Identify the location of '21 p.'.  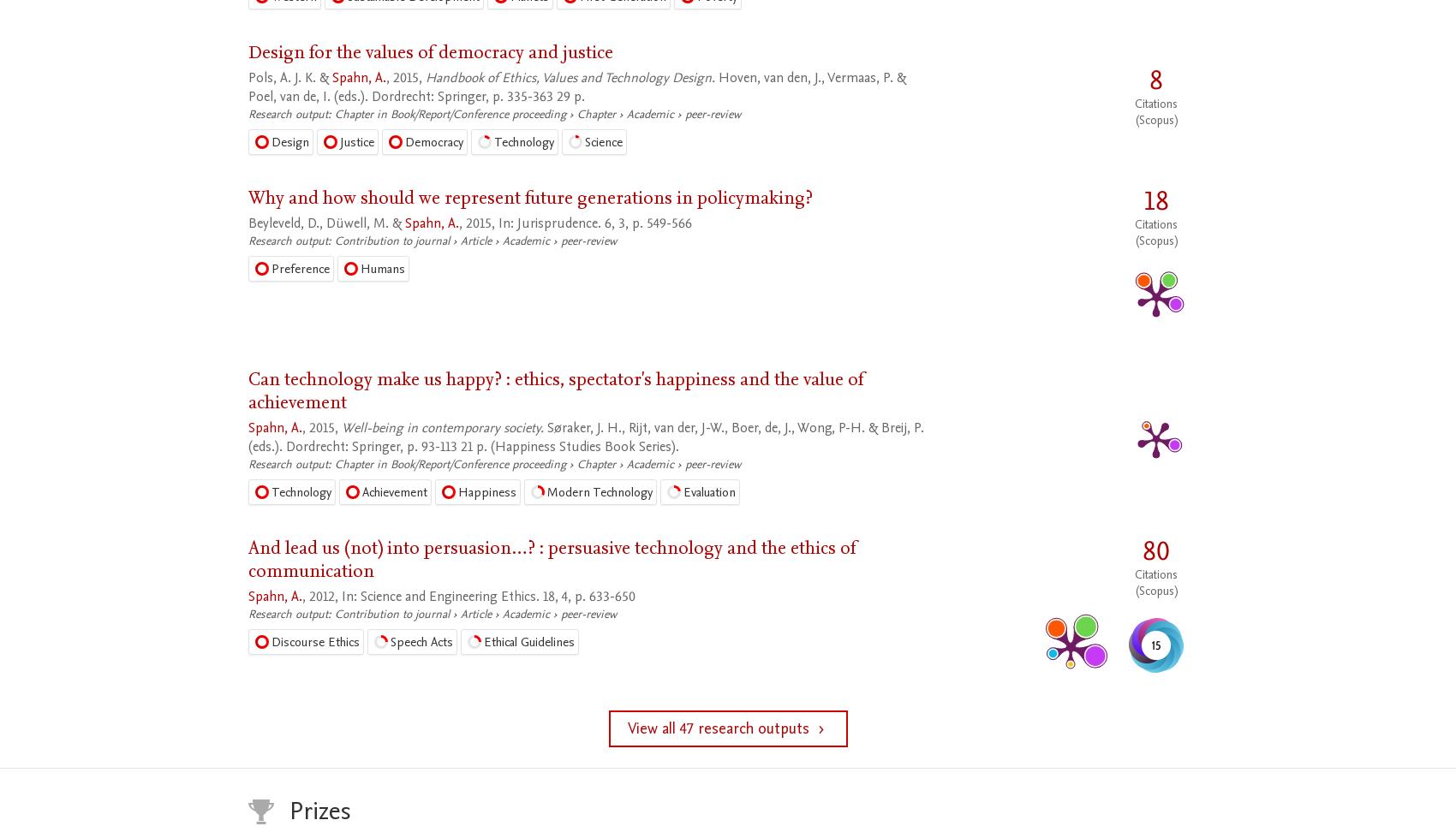
(473, 446).